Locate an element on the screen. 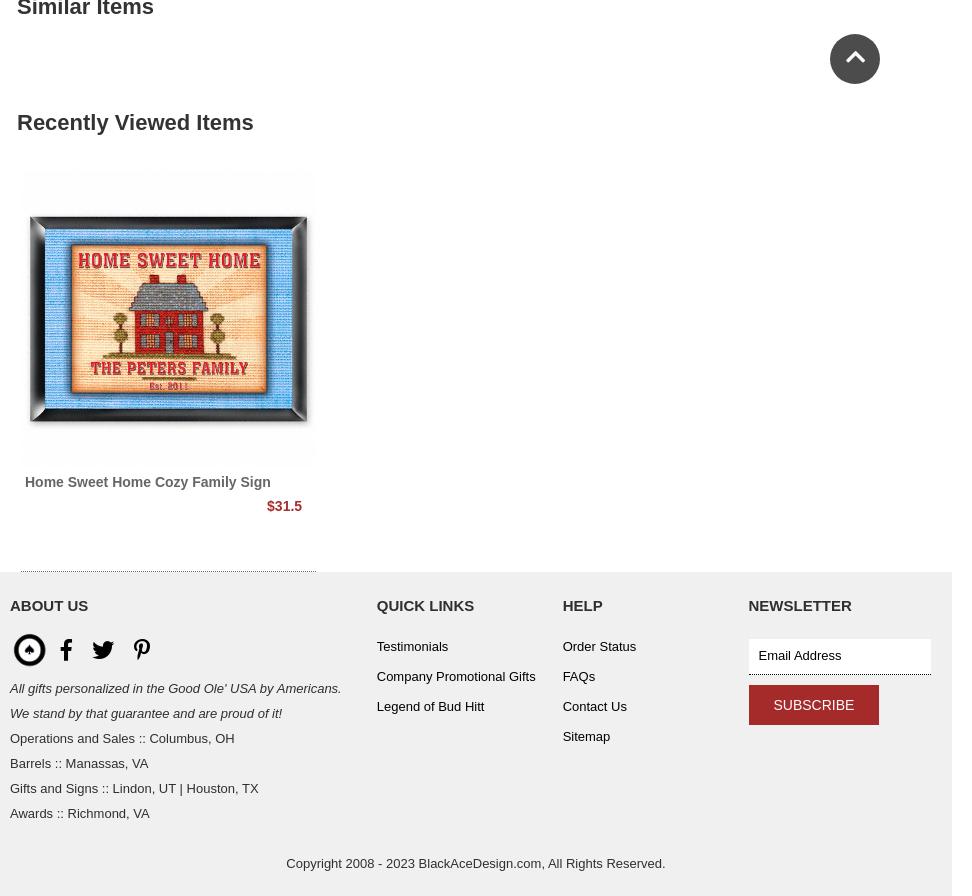 This screenshot has height=896, width=972. 'Help' is located at coordinates (581, 605).